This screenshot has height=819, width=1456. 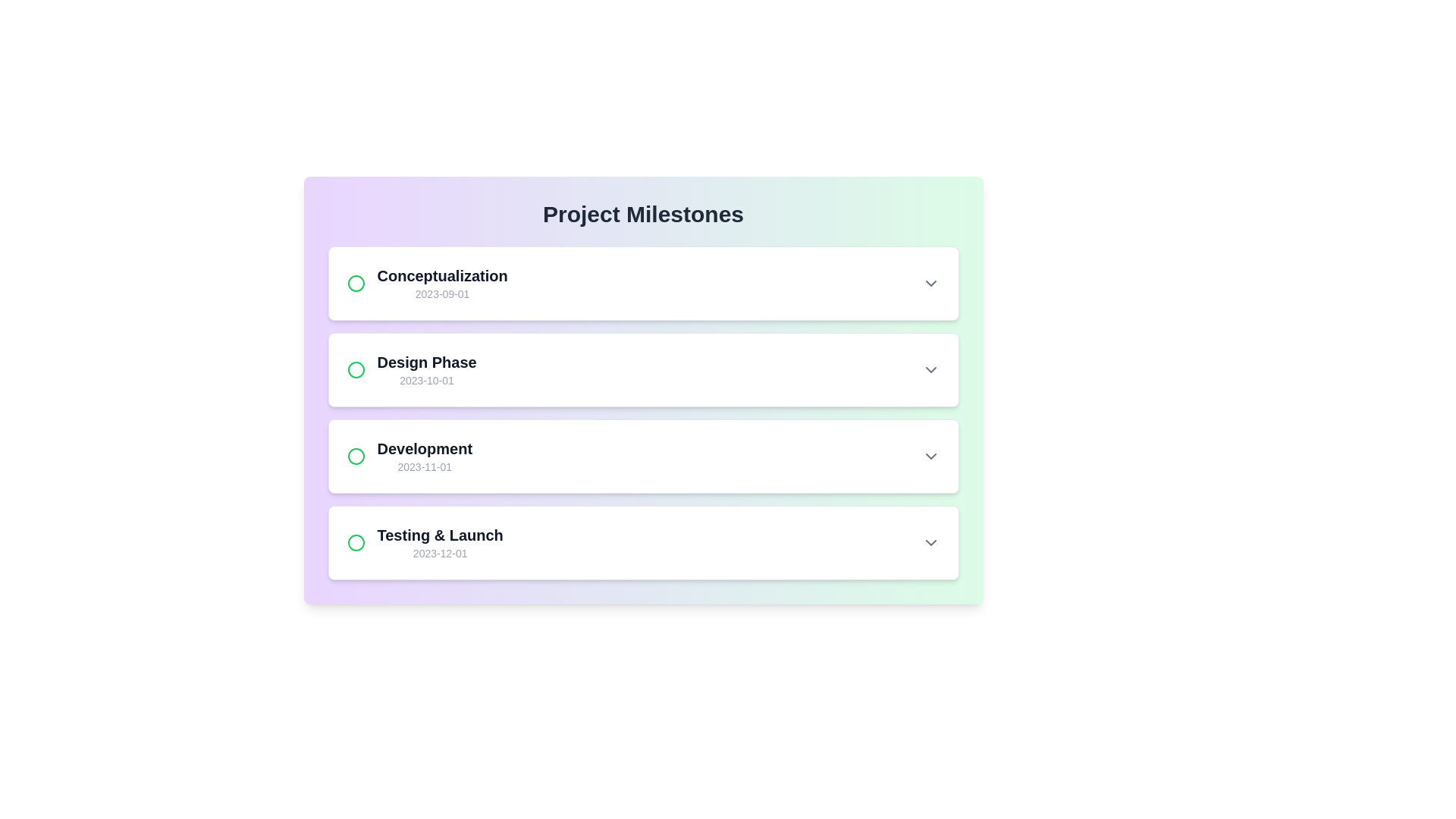 I want to click on the first milestone item in the project milestones list, so click(x=426, y=284).